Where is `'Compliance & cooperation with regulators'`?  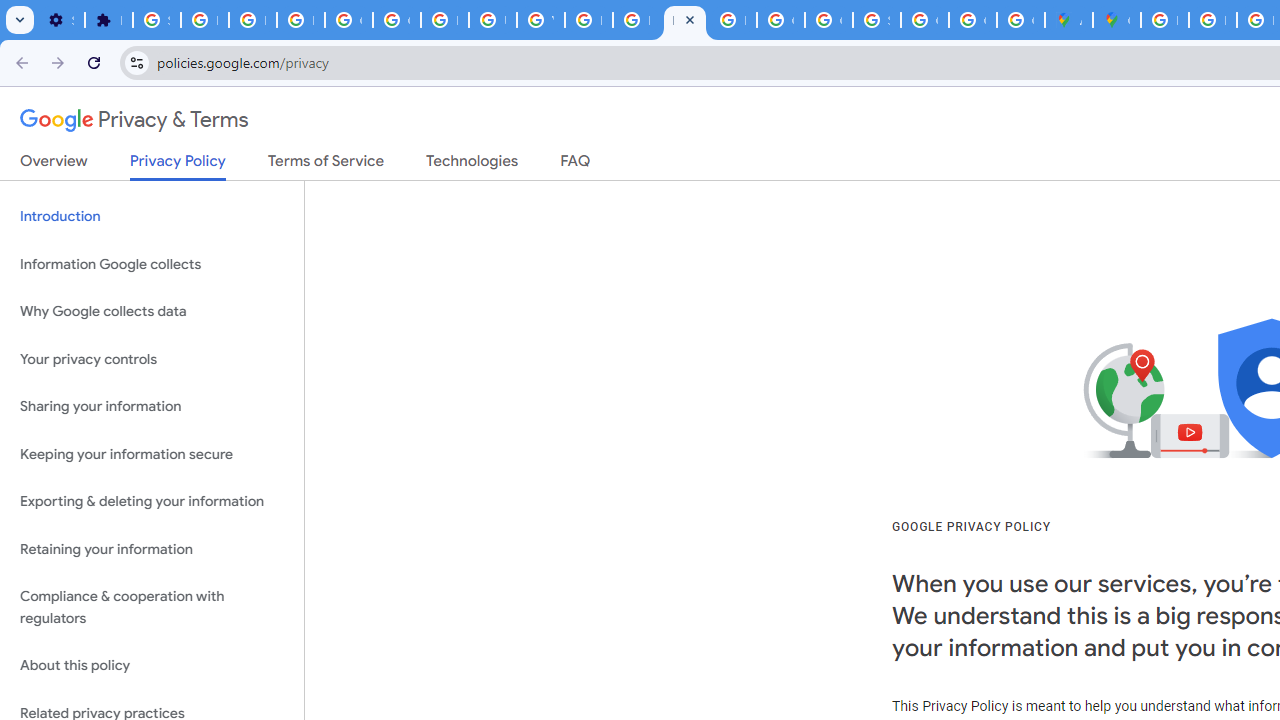
'Compliance & cooperation with regulators' is located at coordinates (151, 607).